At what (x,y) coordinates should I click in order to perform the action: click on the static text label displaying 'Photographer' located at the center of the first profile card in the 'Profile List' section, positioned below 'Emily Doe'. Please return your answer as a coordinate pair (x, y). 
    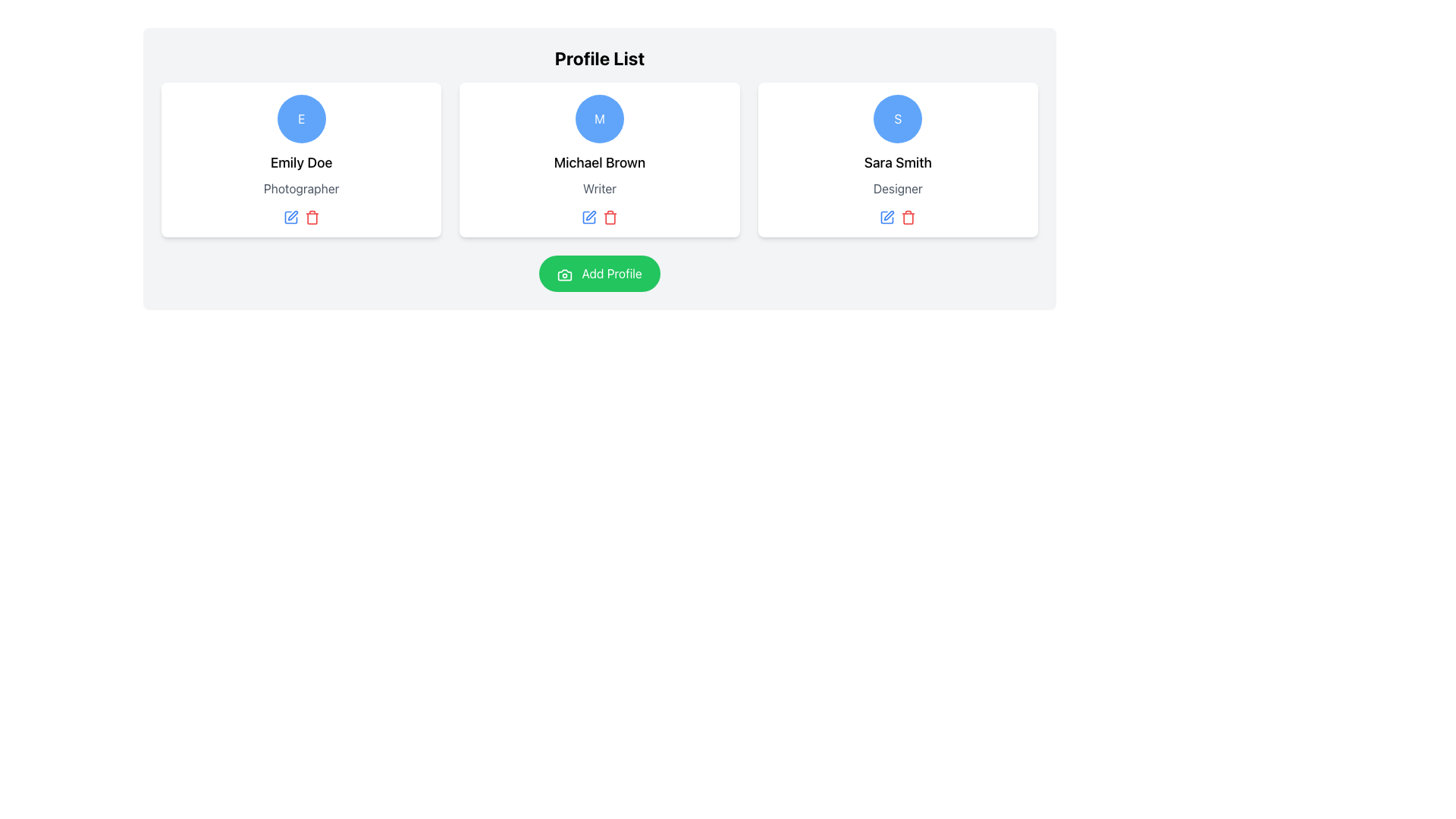
    Looking at the image, I should click on (301, 188).